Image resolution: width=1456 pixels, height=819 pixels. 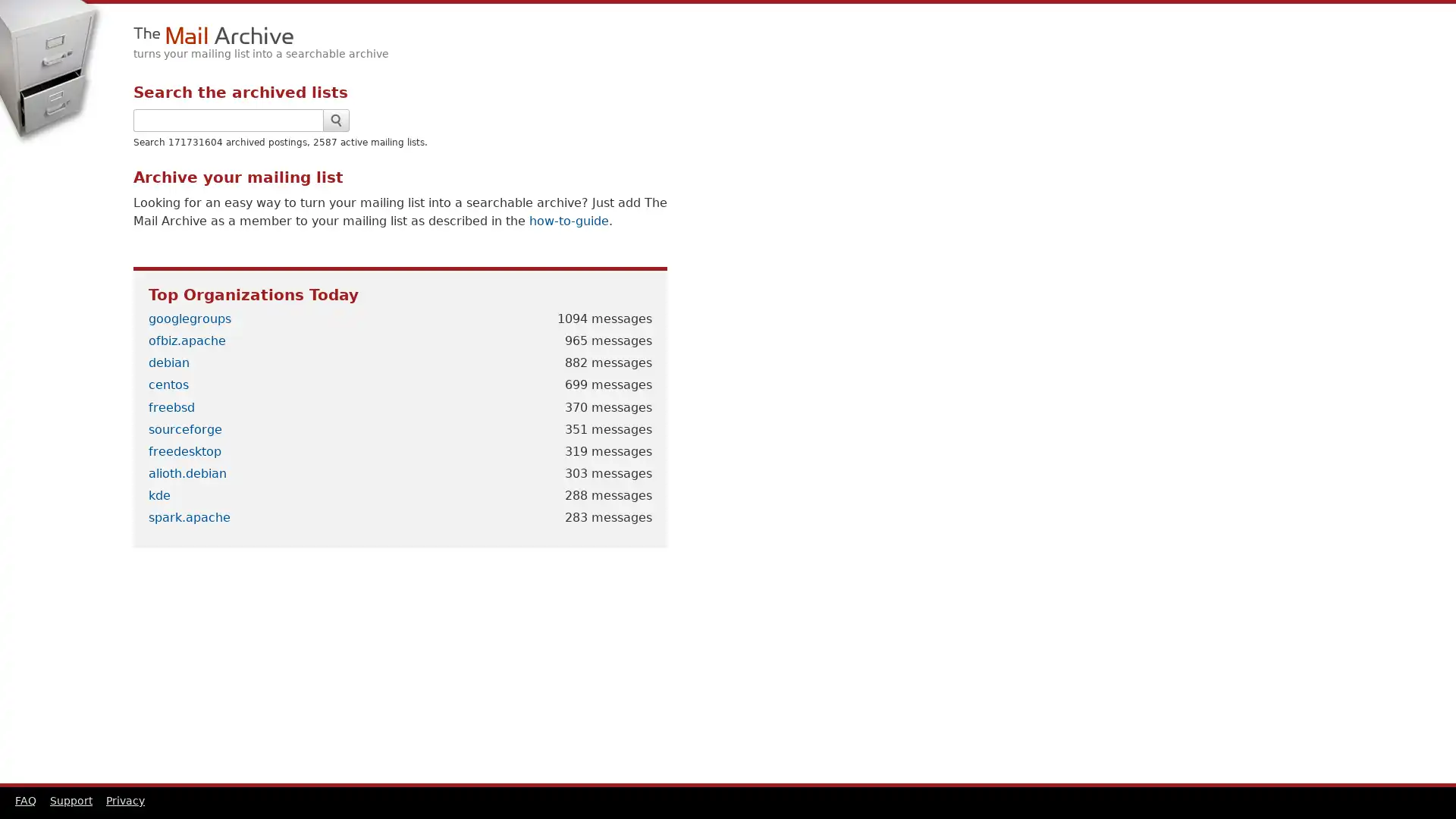 What do you see at coordinates (334, 119) in the screenshot?
I see `Search` at bounding box center [334, 119].